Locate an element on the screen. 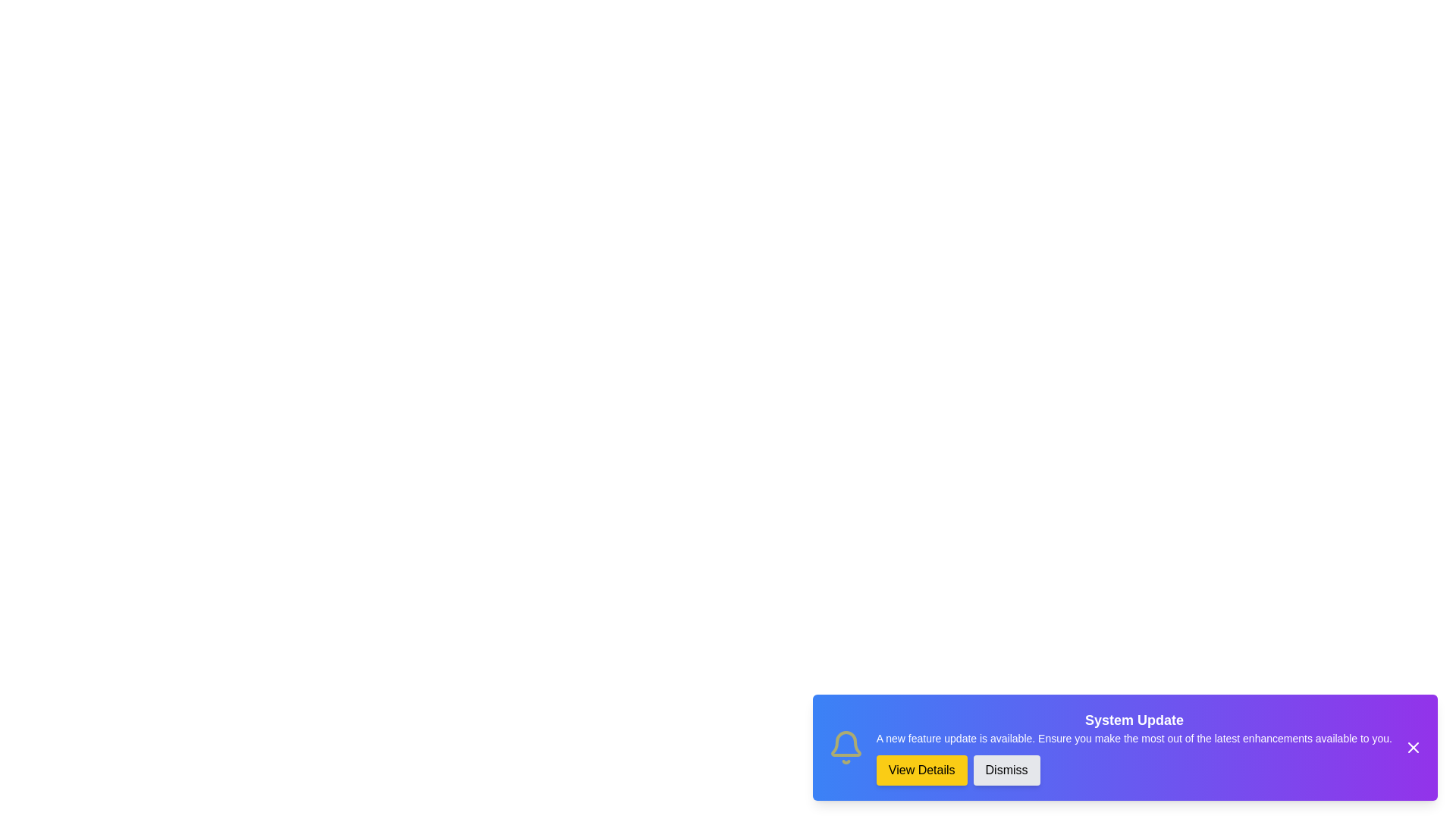 Image resolution: width=1456 pixels, height=819 pixels. the 'View Details' button to trigger the alert is located at coordinates (921, 770).